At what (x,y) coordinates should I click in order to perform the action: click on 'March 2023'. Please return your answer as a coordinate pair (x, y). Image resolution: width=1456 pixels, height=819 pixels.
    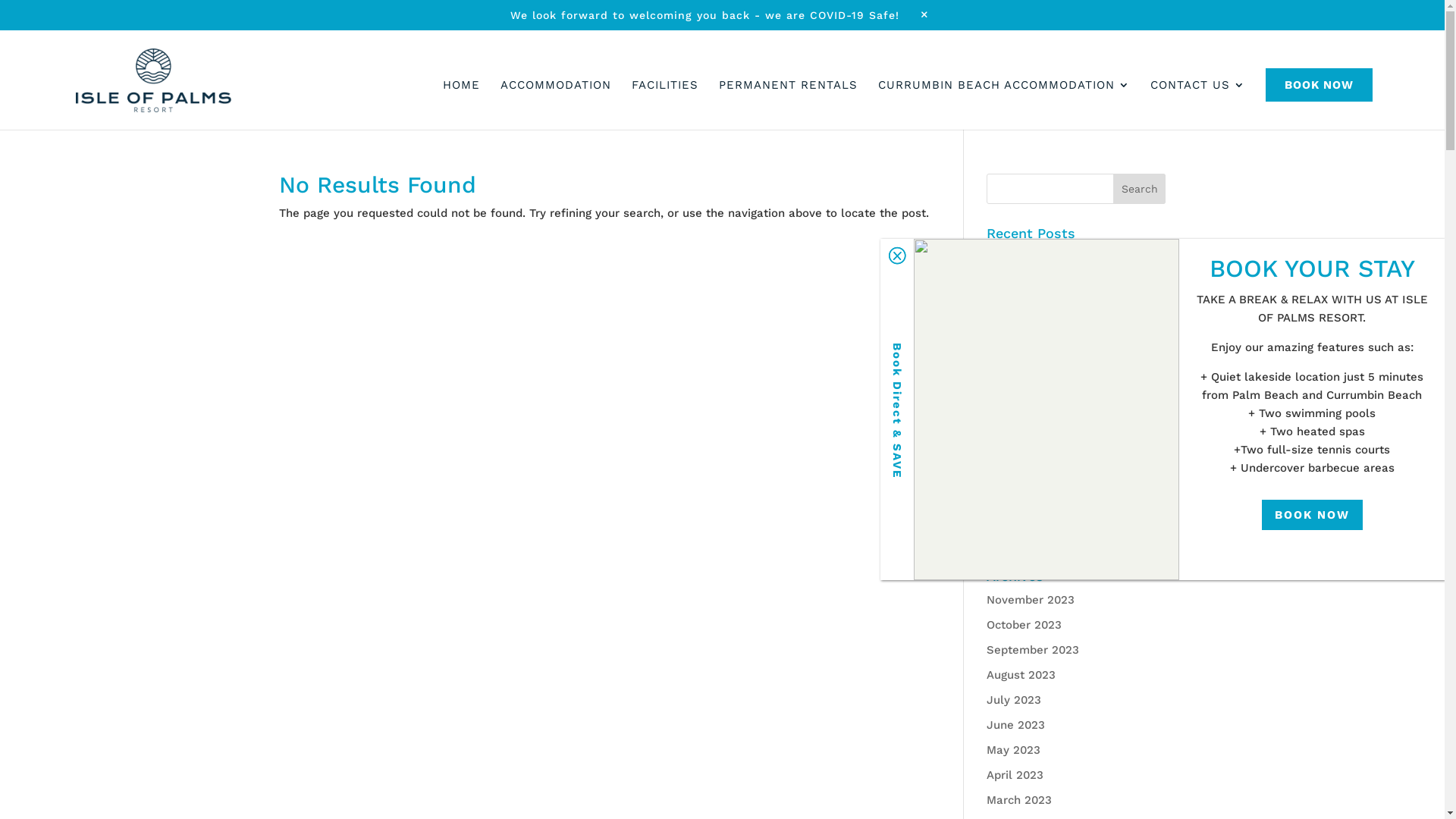
    Looking at the image, I should click on (986, 799).